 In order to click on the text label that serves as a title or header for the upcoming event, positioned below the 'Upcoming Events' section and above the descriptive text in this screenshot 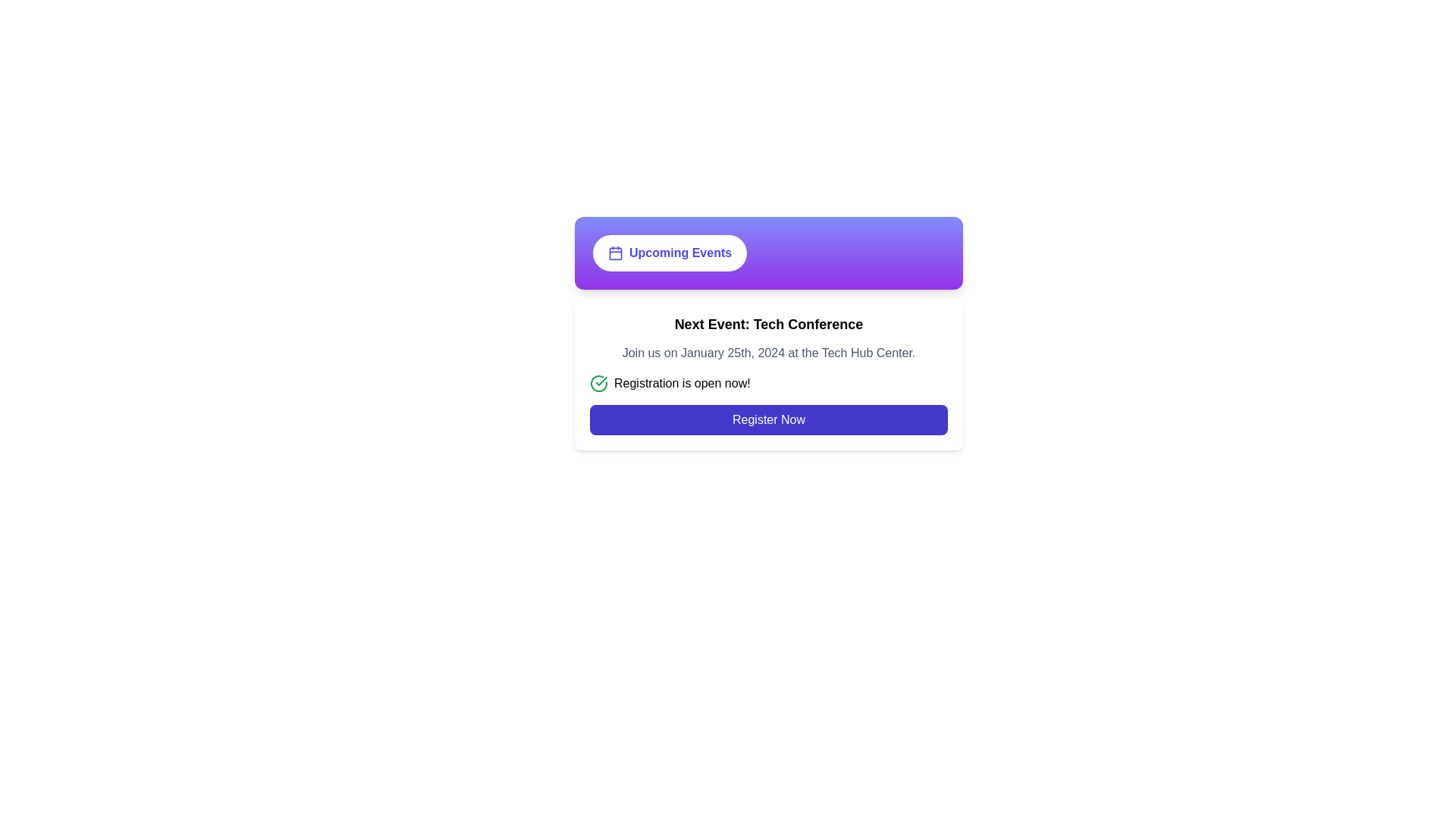, I will do `click(768, 324)`.